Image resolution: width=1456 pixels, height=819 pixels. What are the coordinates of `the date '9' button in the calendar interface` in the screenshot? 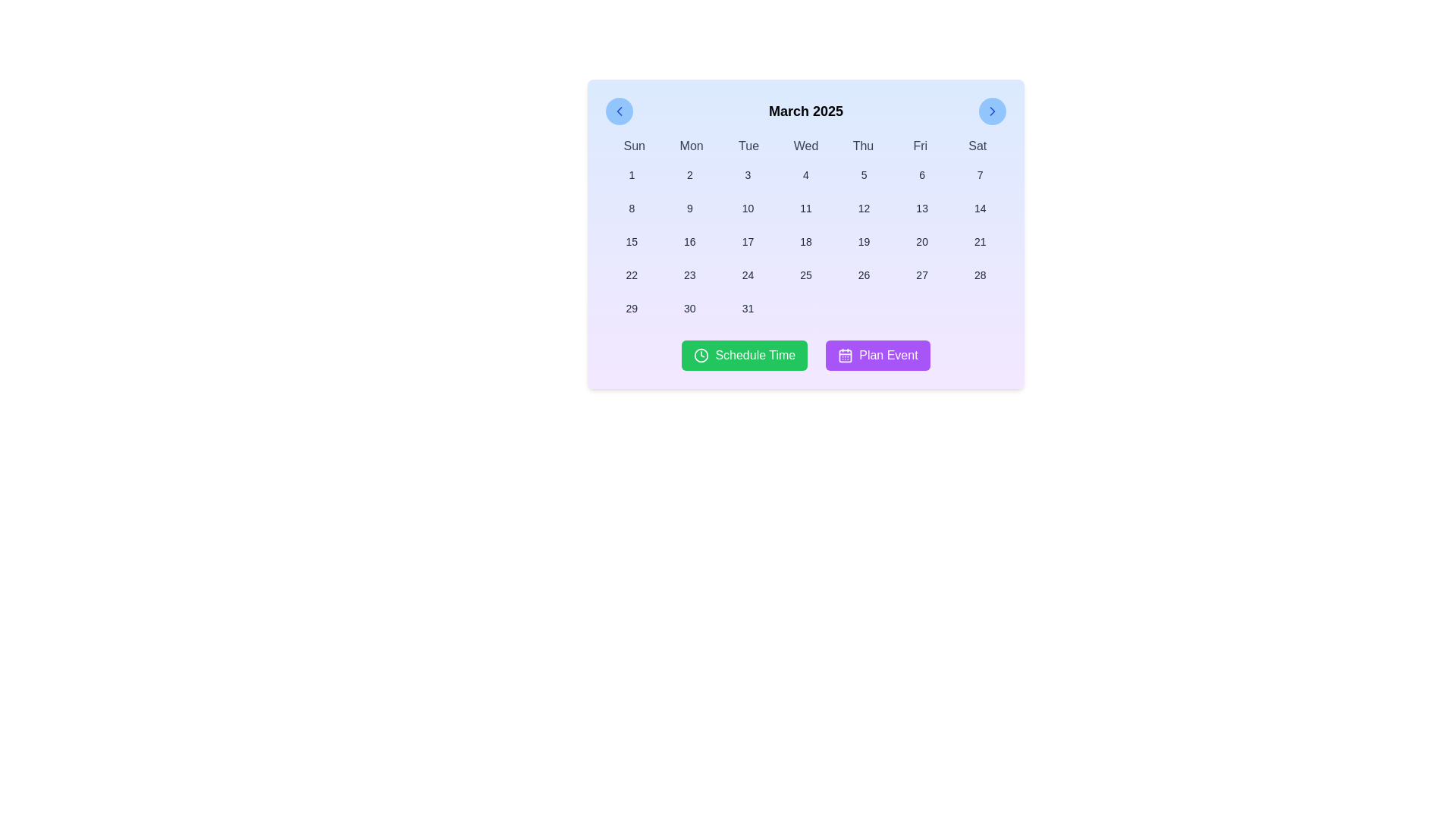 It's located at (689, 208).